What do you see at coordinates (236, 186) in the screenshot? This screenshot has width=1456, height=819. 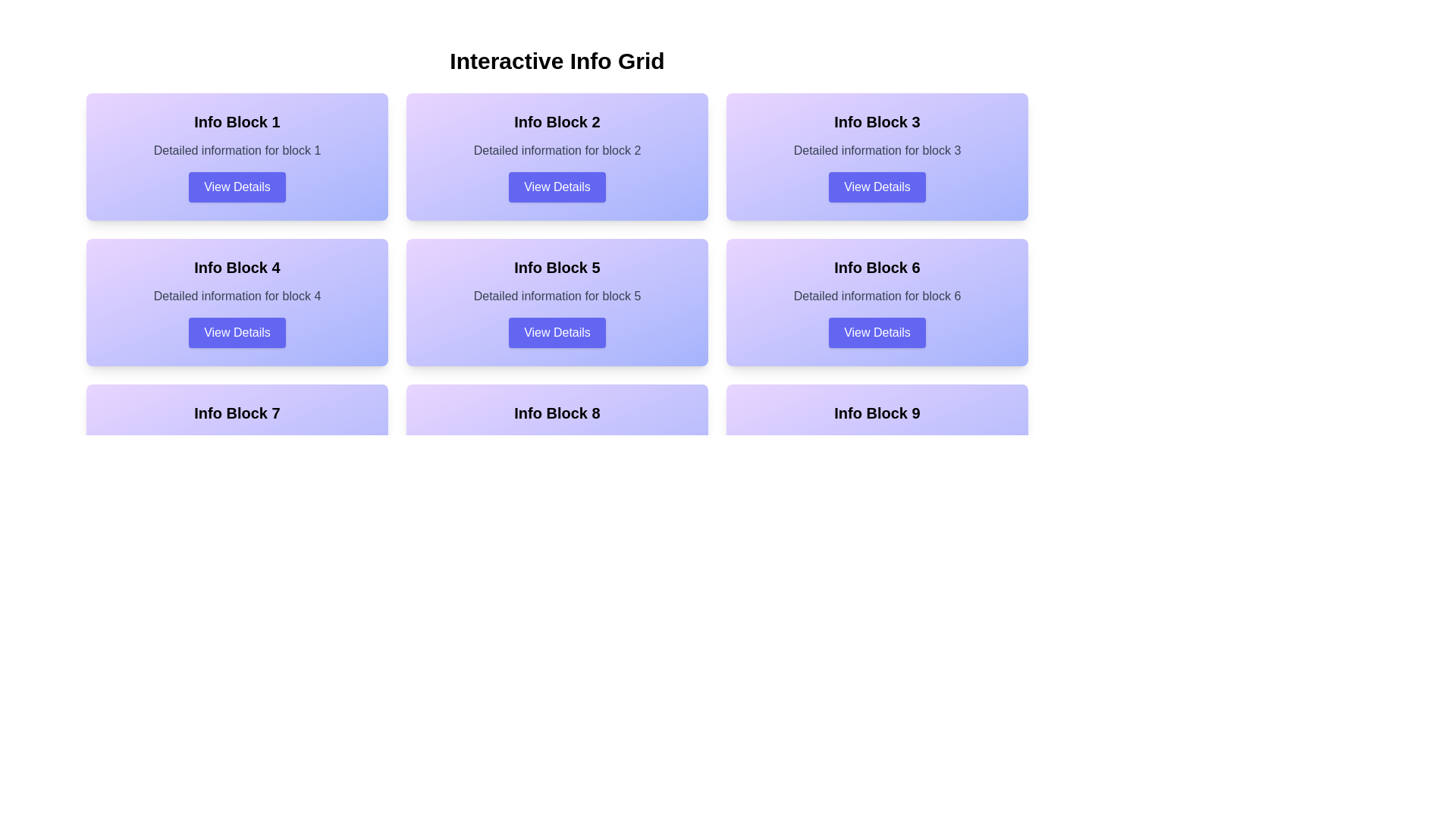 I see `the 'View Details' button located in 'Info Block 1'` at bounding box center [236, 186].